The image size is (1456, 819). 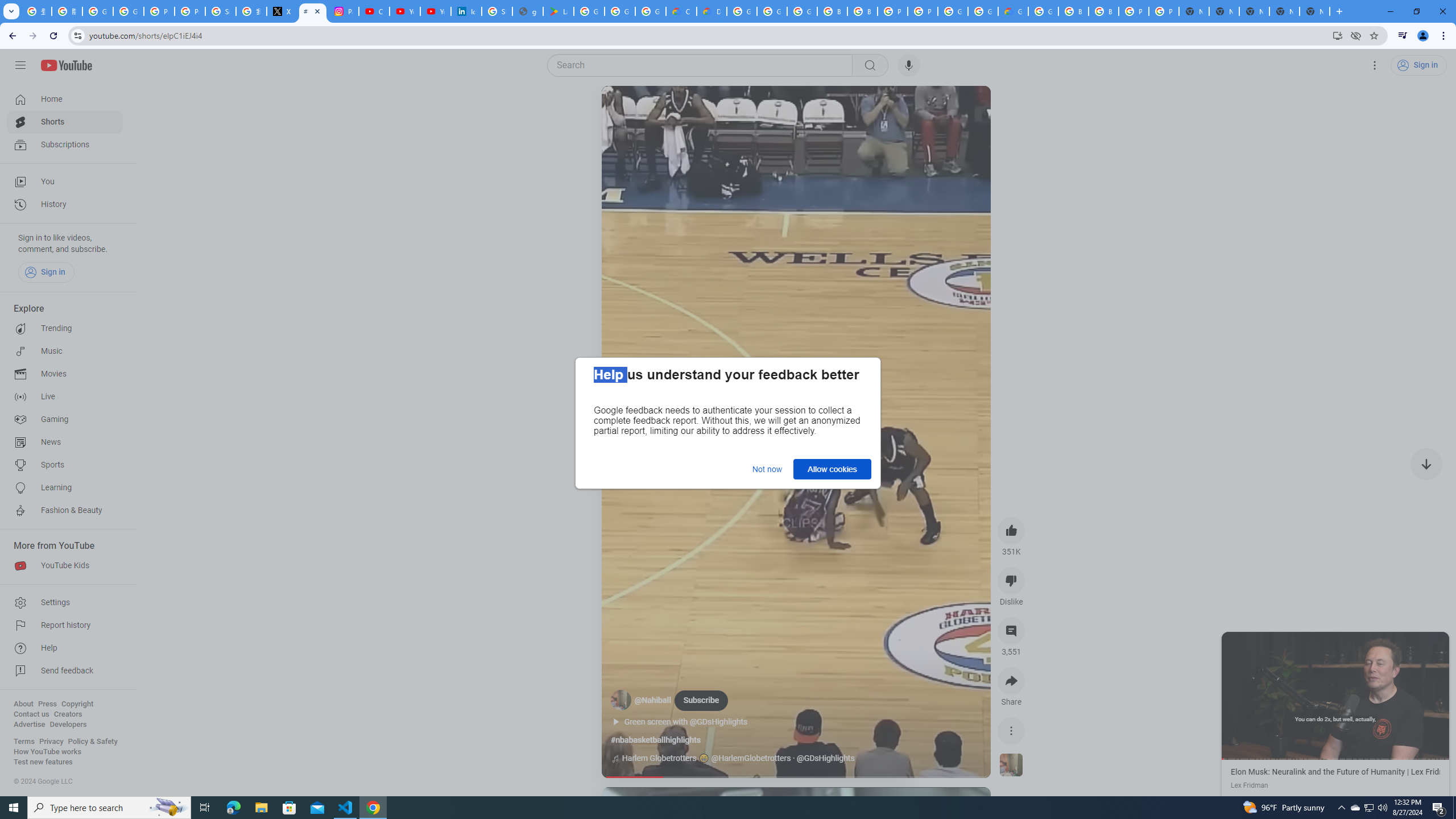 I want to click on 'Shorts', so click(x=64, y=122).